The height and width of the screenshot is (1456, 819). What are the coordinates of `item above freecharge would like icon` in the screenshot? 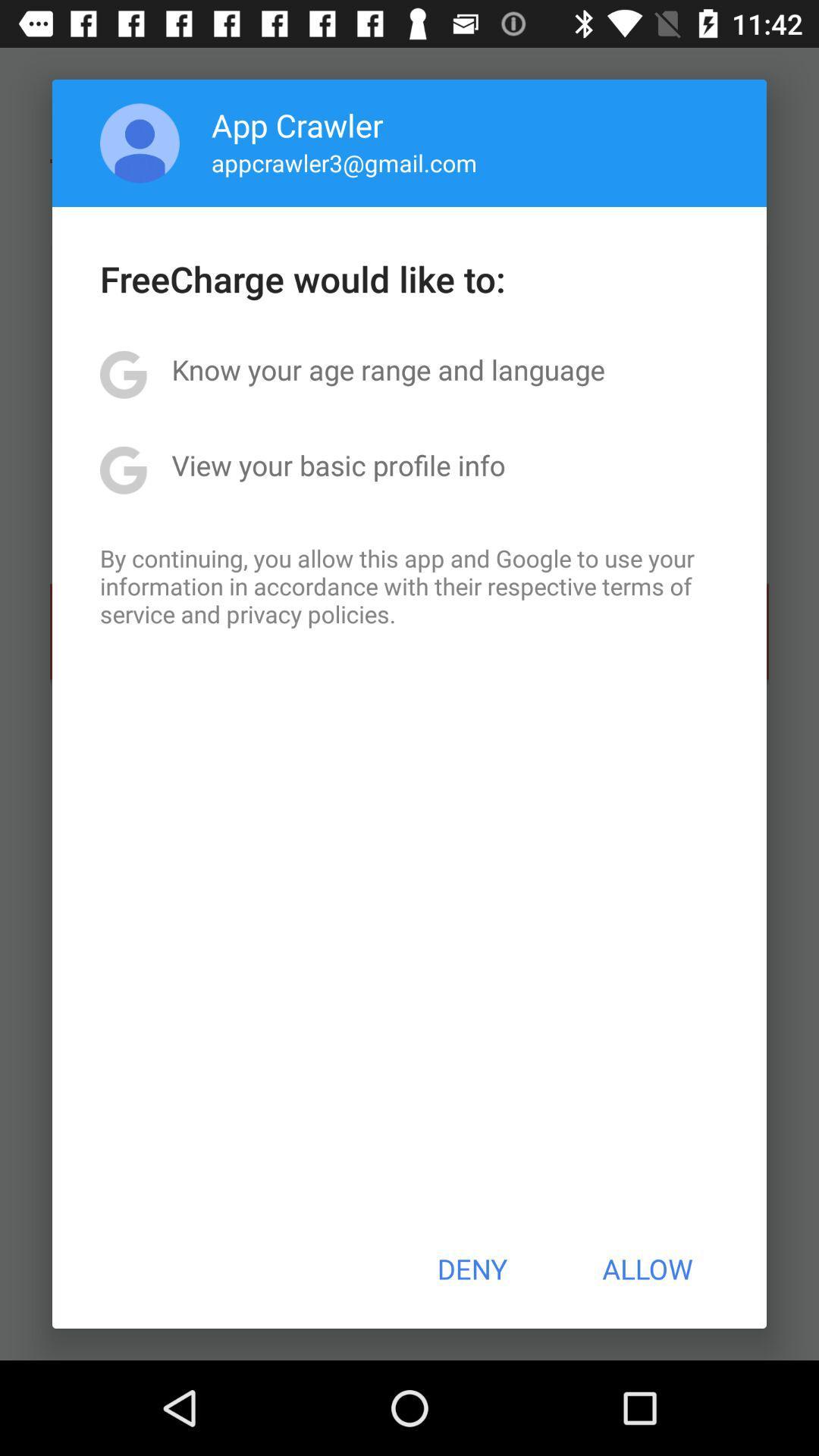 It's located at (140, 143).